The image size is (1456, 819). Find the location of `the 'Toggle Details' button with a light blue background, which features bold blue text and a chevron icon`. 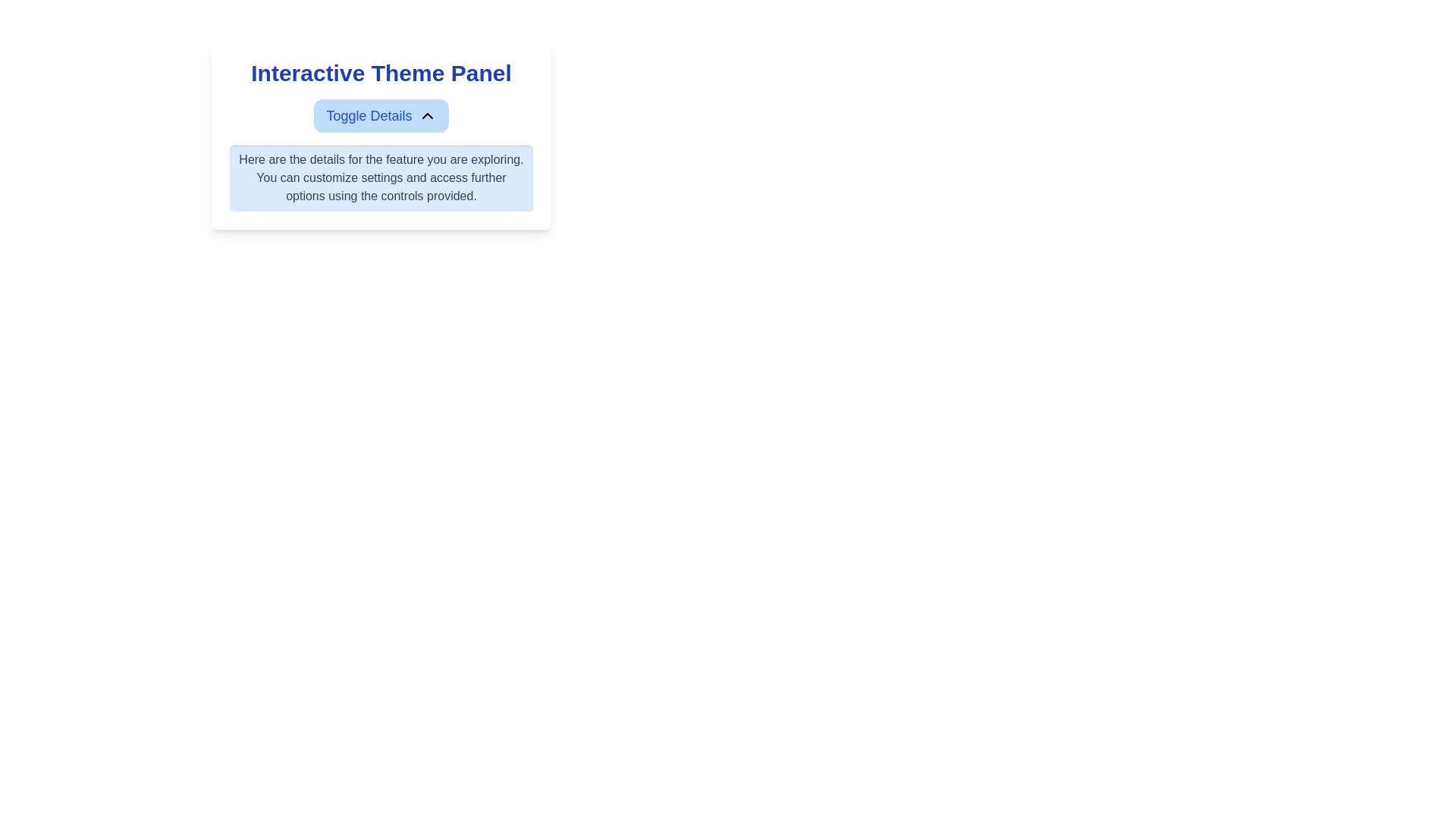

the 'Toggle Details' button with a light blue background, which features bold blue text and a chevron icon is located at coordinates (381, 115).